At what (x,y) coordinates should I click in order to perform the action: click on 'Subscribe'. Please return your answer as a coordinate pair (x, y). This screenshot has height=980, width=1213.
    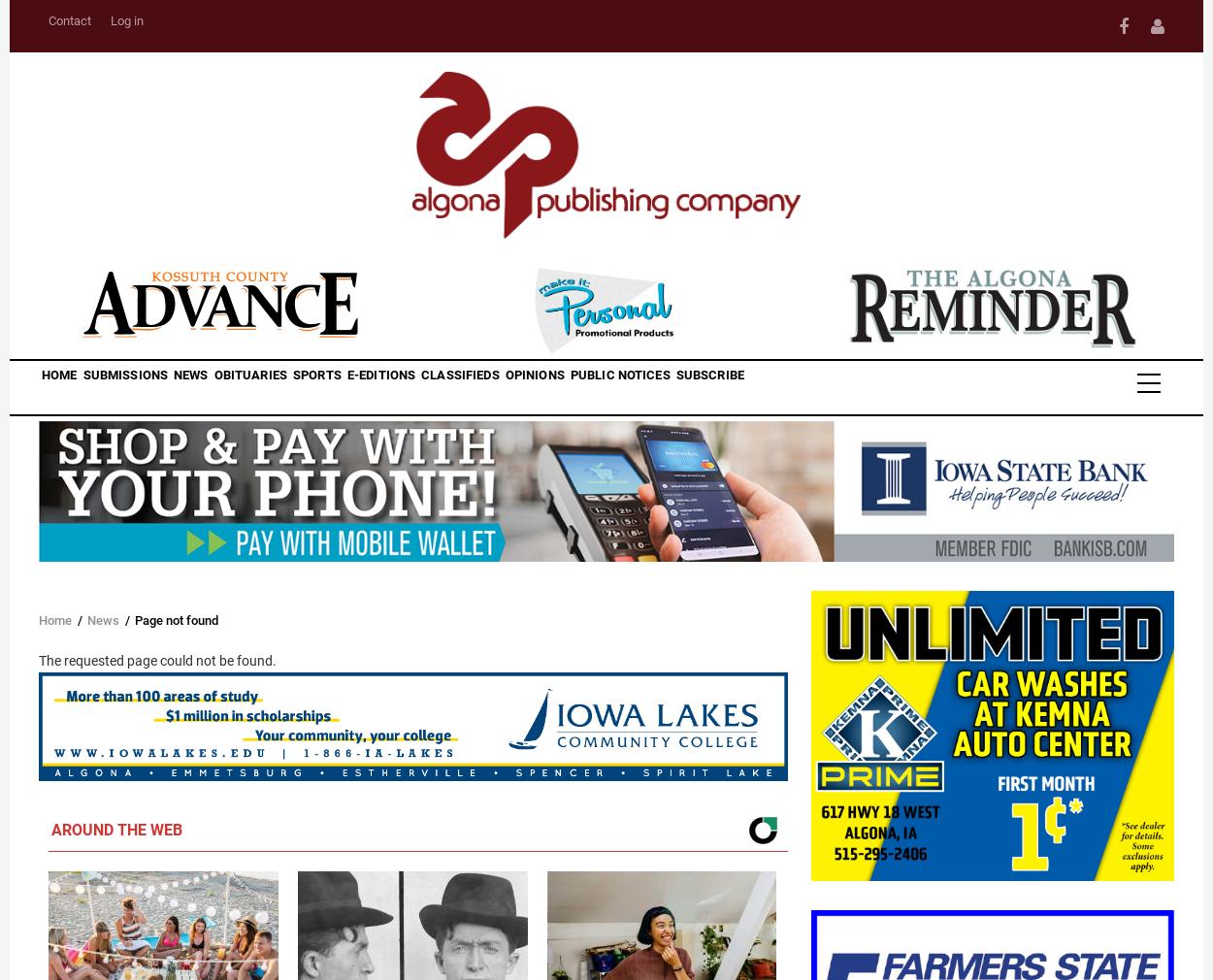
    Looking at the image, I should click on (886, 385).